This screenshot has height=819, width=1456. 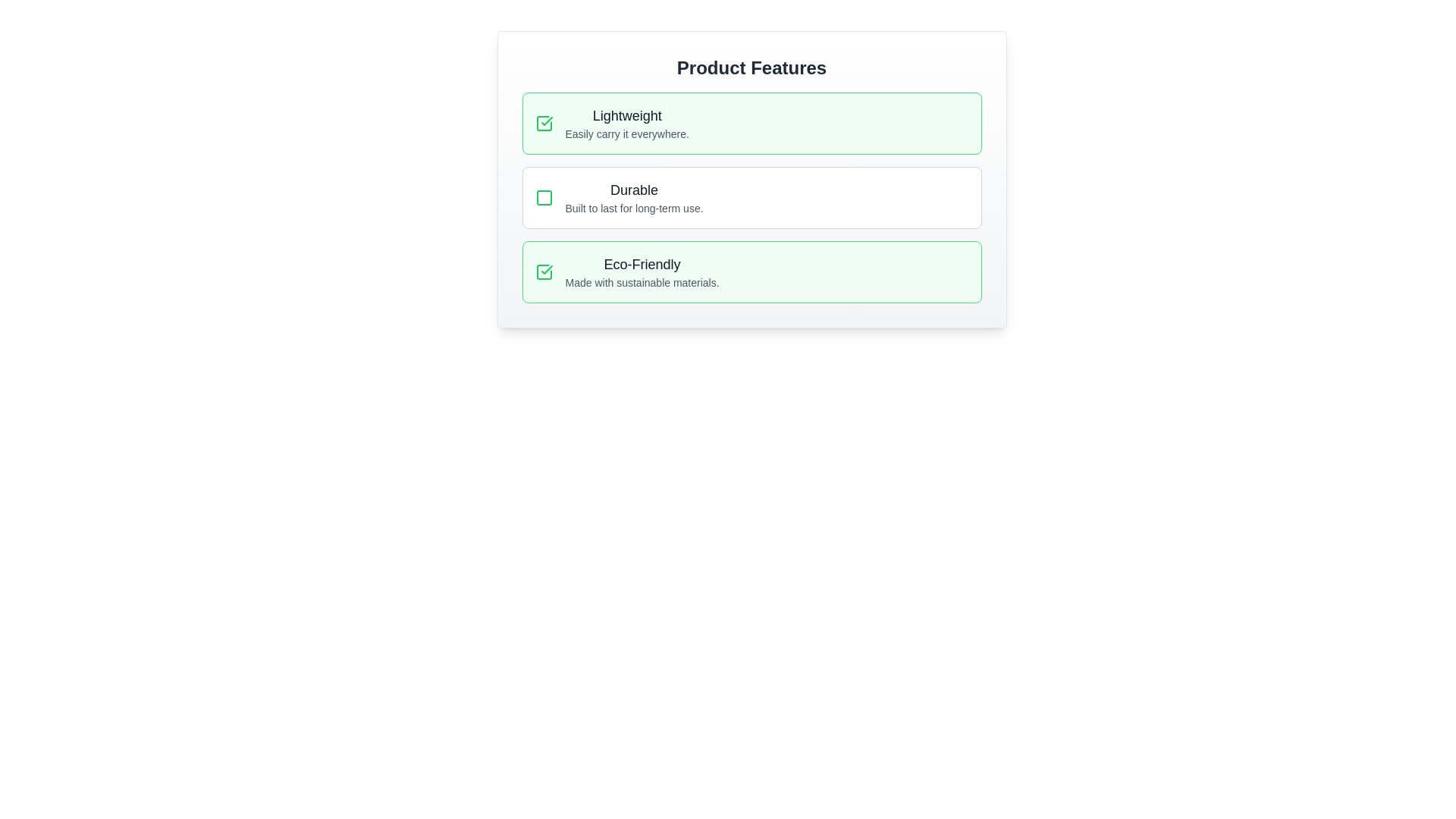 I want to click on the Rectangle icon with rounded corners that is associated with the 'Durable' text in the 'Product Features' list, so click(x=544, y=197).